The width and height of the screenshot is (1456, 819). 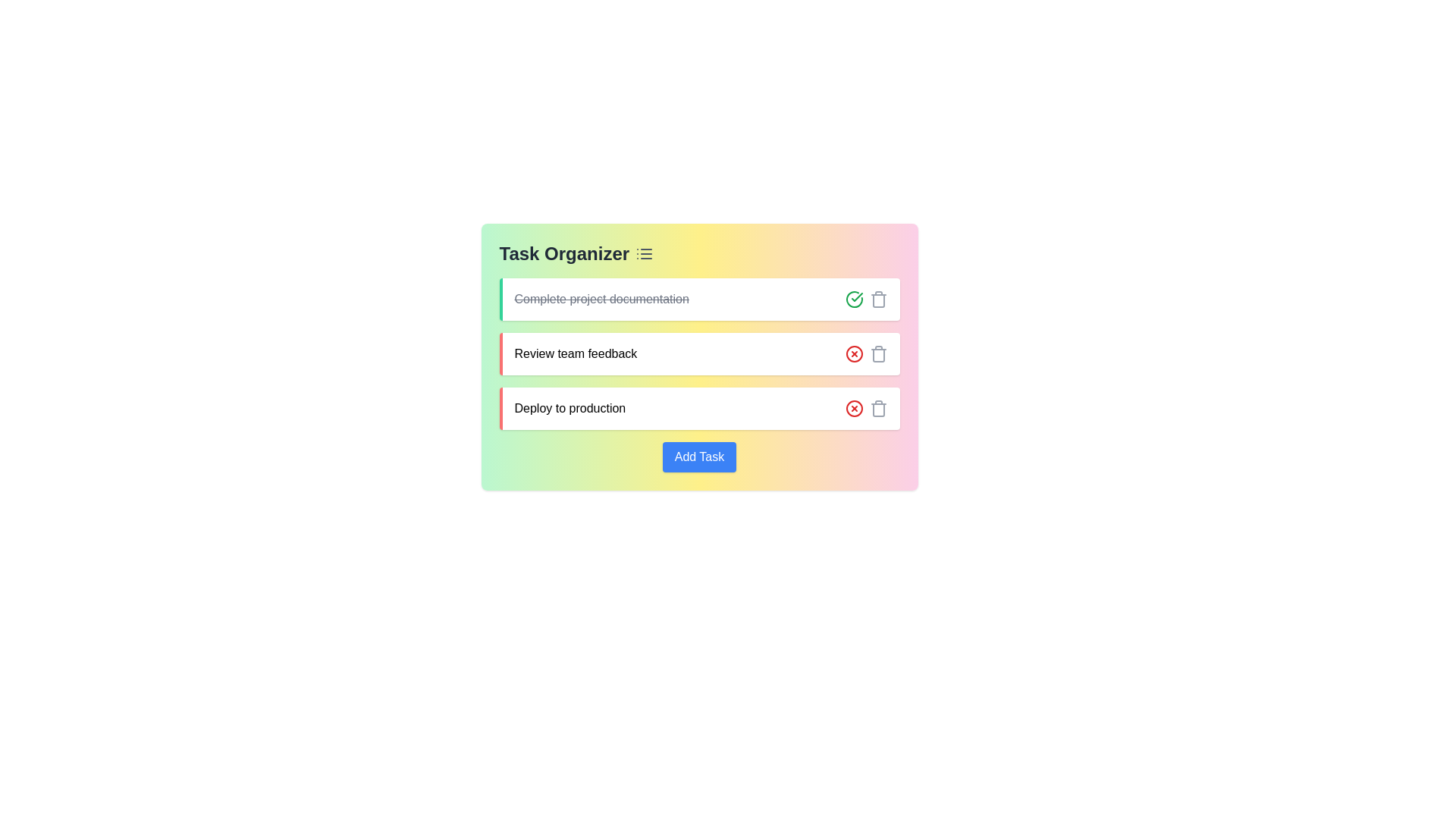 What do you see at coordinates (601, 299) in the screenshot?
I see `the completed task text element marked with a strikethrough, which is located at the top left of the first task card in the task management interface` at bounding box center [601, 299].